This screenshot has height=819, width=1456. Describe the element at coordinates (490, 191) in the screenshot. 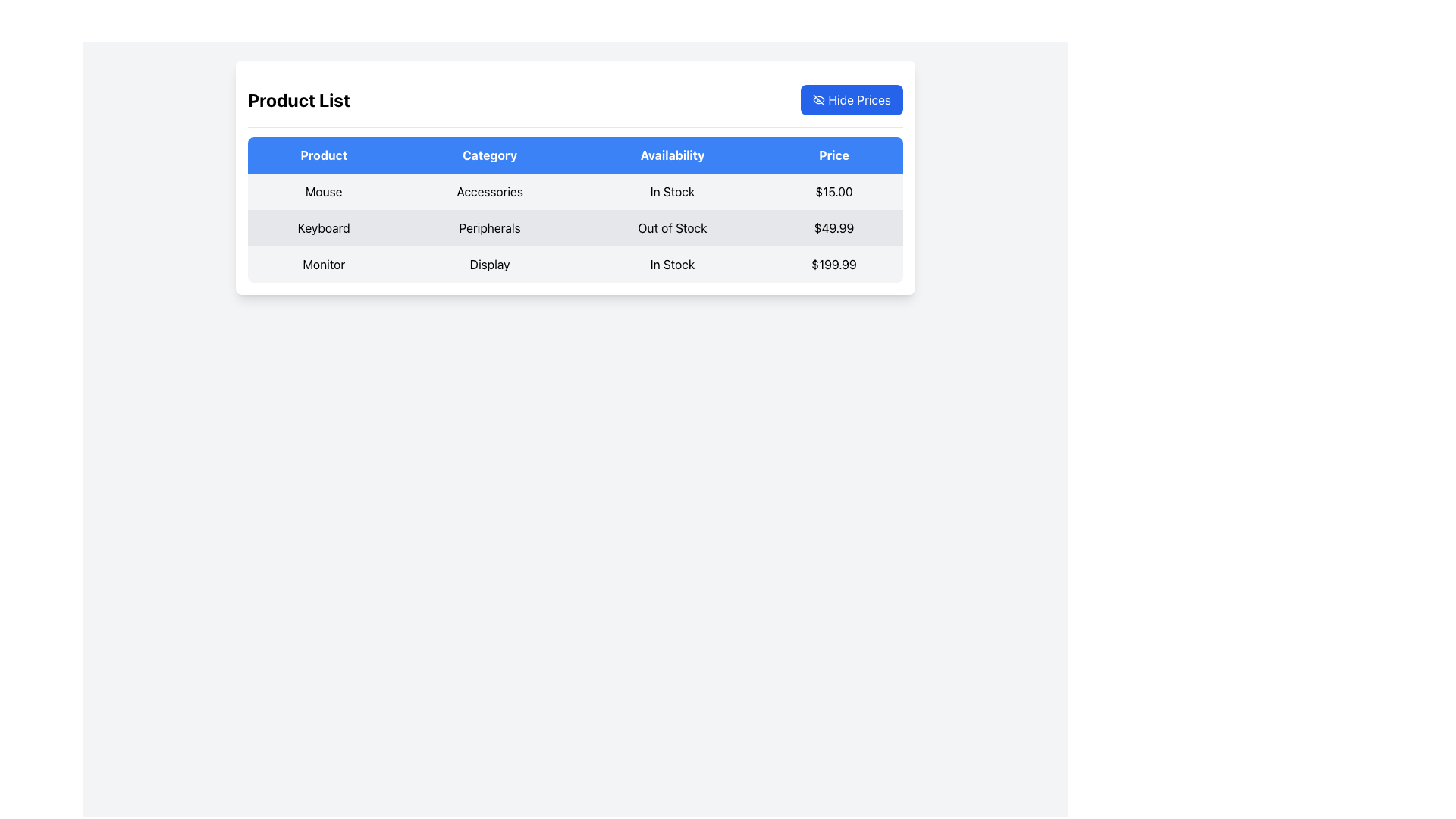

I see `the text label 'Accessories' which categorizes the product 'Mouse' in the interface` at that location.